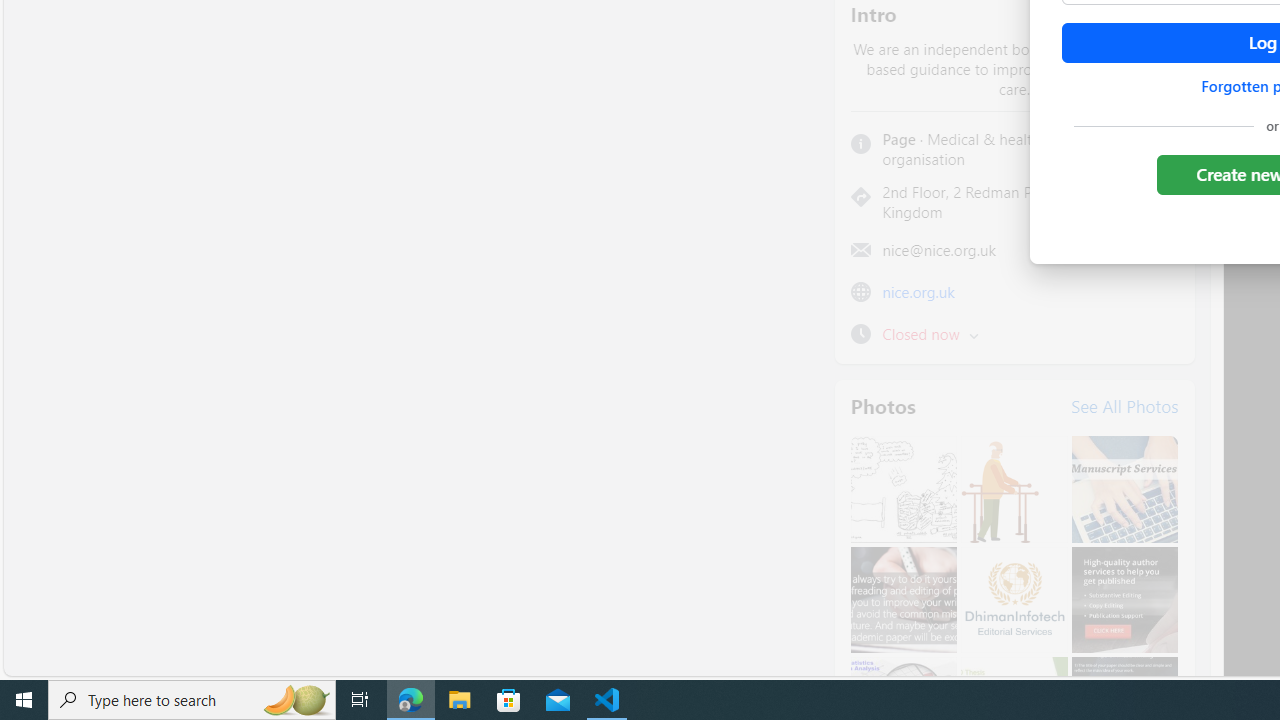 Image resolution: width=1280 pixels, height=720 pixels. What do you see at coordinates (410, 698) in the screenshot?
I see `'Microsoft Edge - 1 running window'` at bounding box center [410, 698].